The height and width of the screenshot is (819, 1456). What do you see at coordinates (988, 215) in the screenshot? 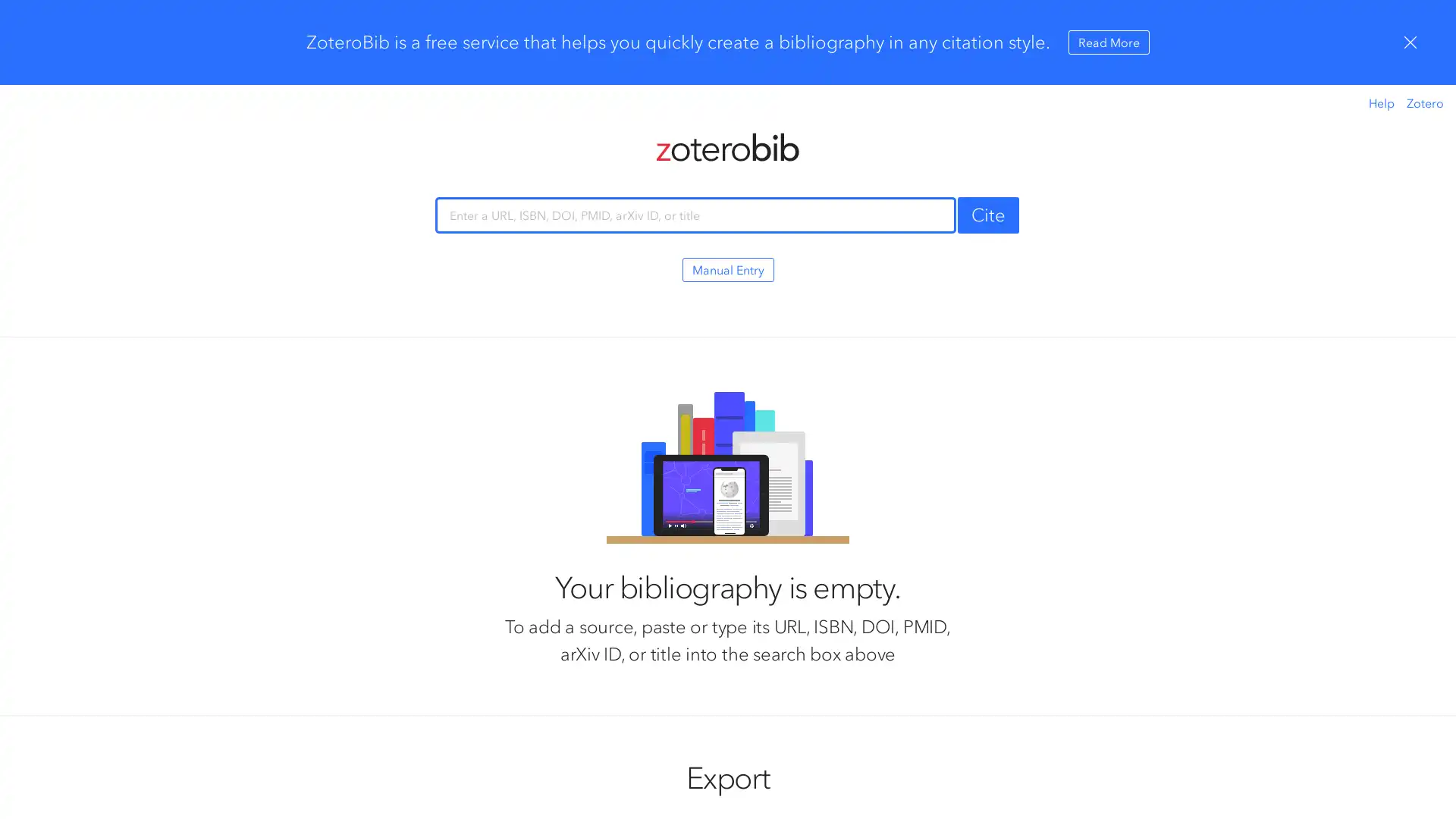
I see `Cite` at bounding box center [988, 215].